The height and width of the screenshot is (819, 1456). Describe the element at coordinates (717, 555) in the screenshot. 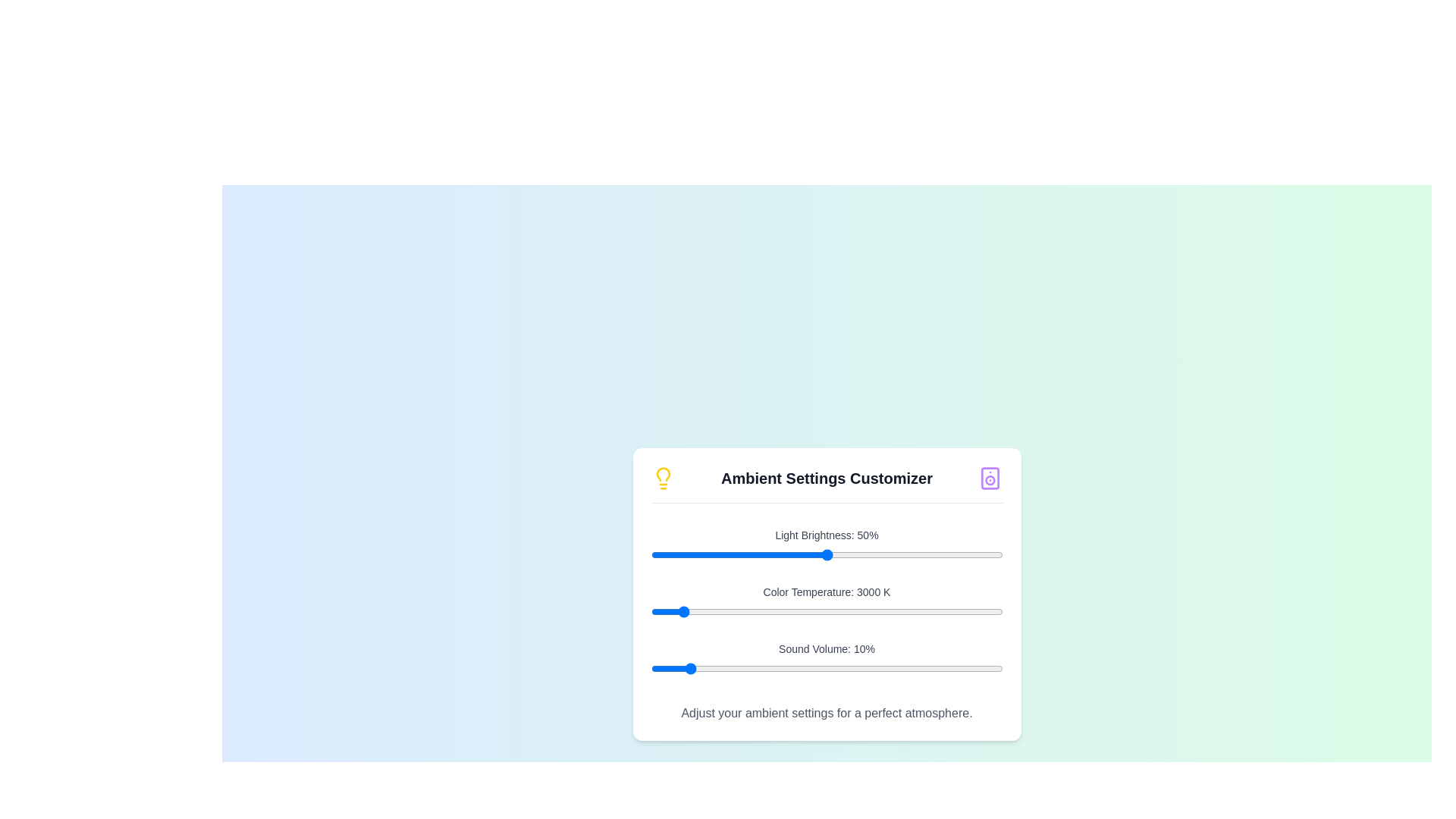

I see `the light brightness` at that location.